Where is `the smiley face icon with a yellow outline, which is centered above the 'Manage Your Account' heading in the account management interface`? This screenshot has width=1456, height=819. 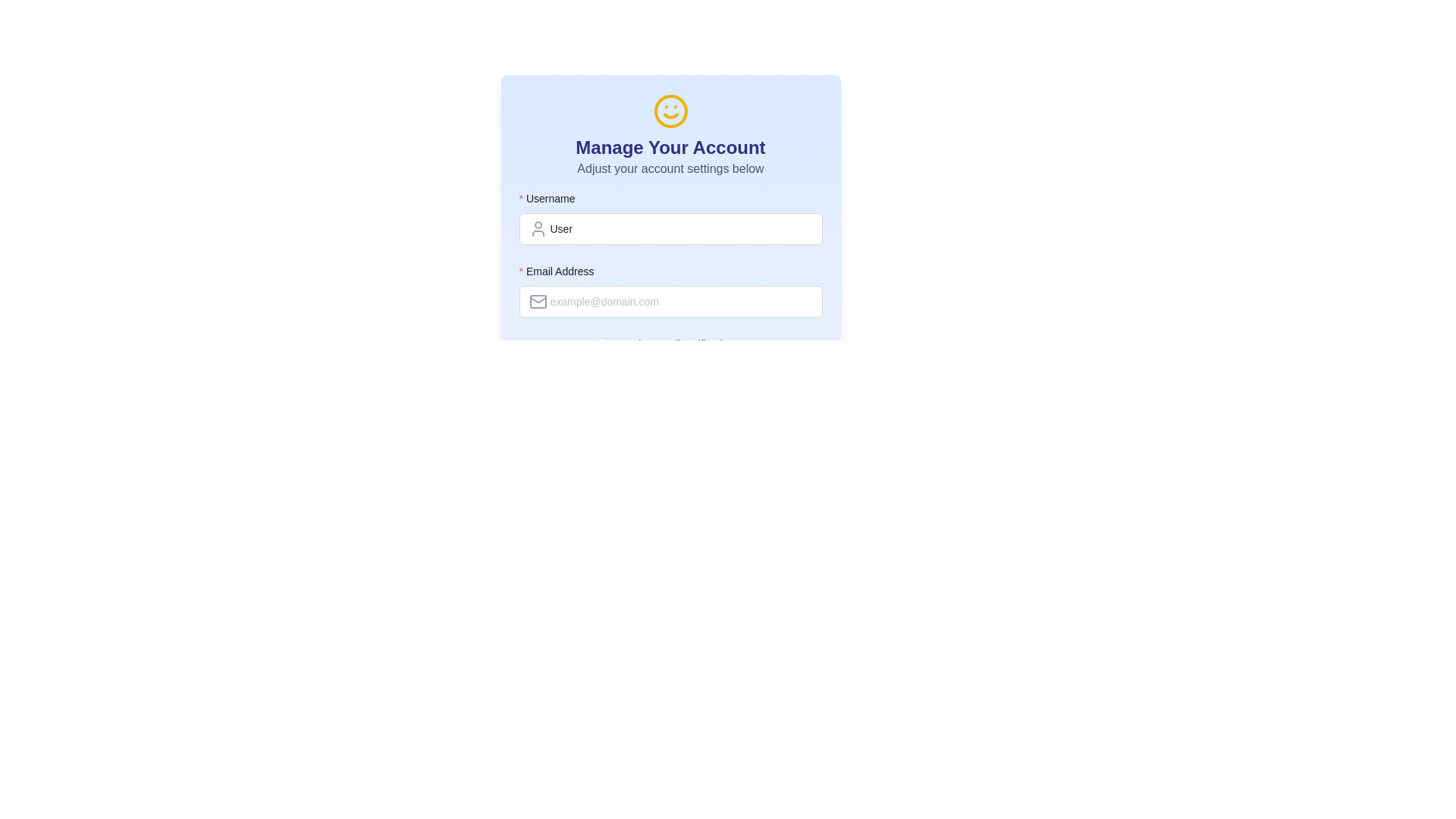 the smiley face icon with a yellow outline, which is centered above the 'Manage Your Account' heading in the account management interface is located at coordinates (670, 110).